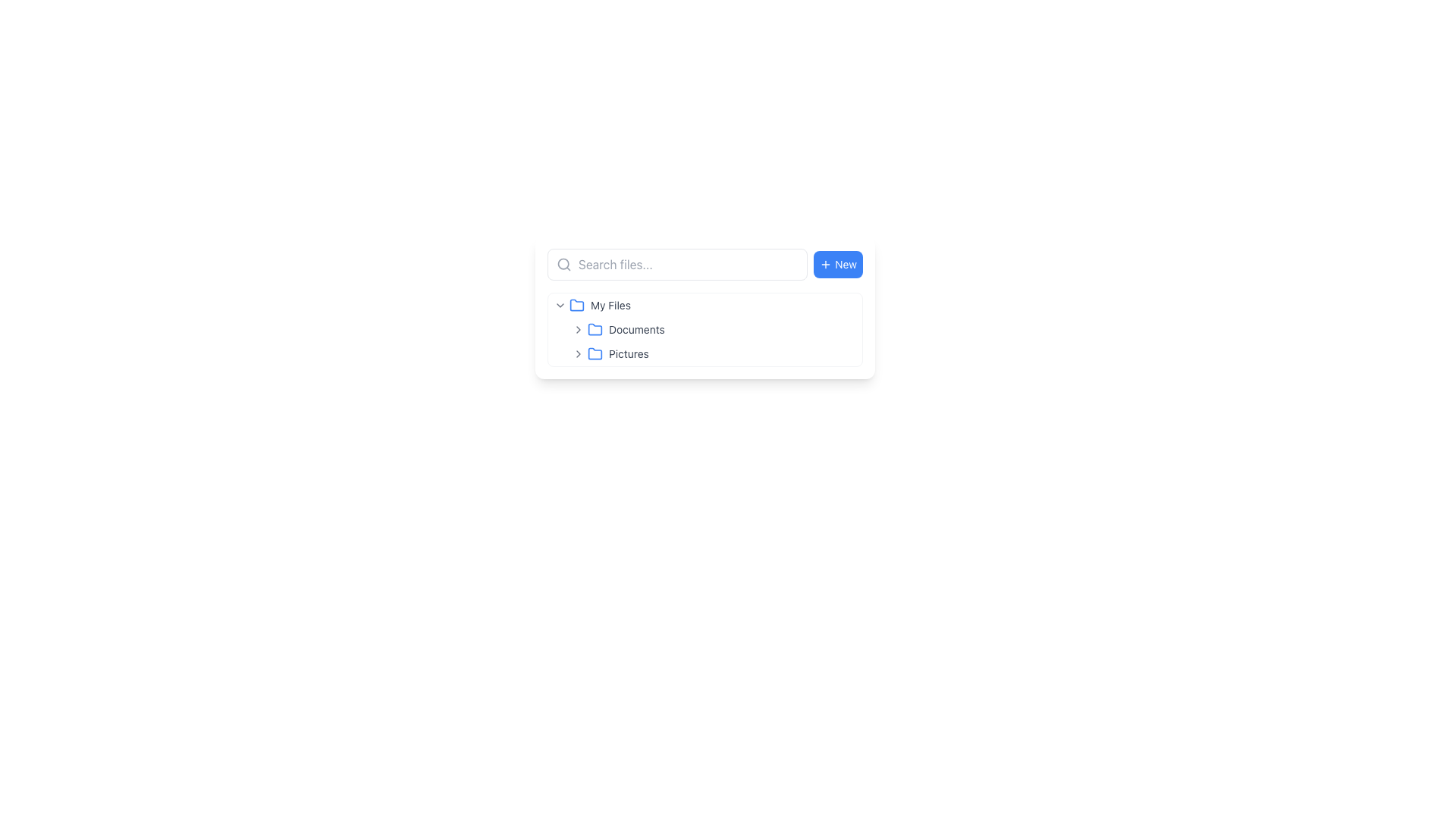 The width and height of the screenshot is (1456, 819). I want to click on the 'Pictures' folder listed under 'My Files', so click(713, 353).